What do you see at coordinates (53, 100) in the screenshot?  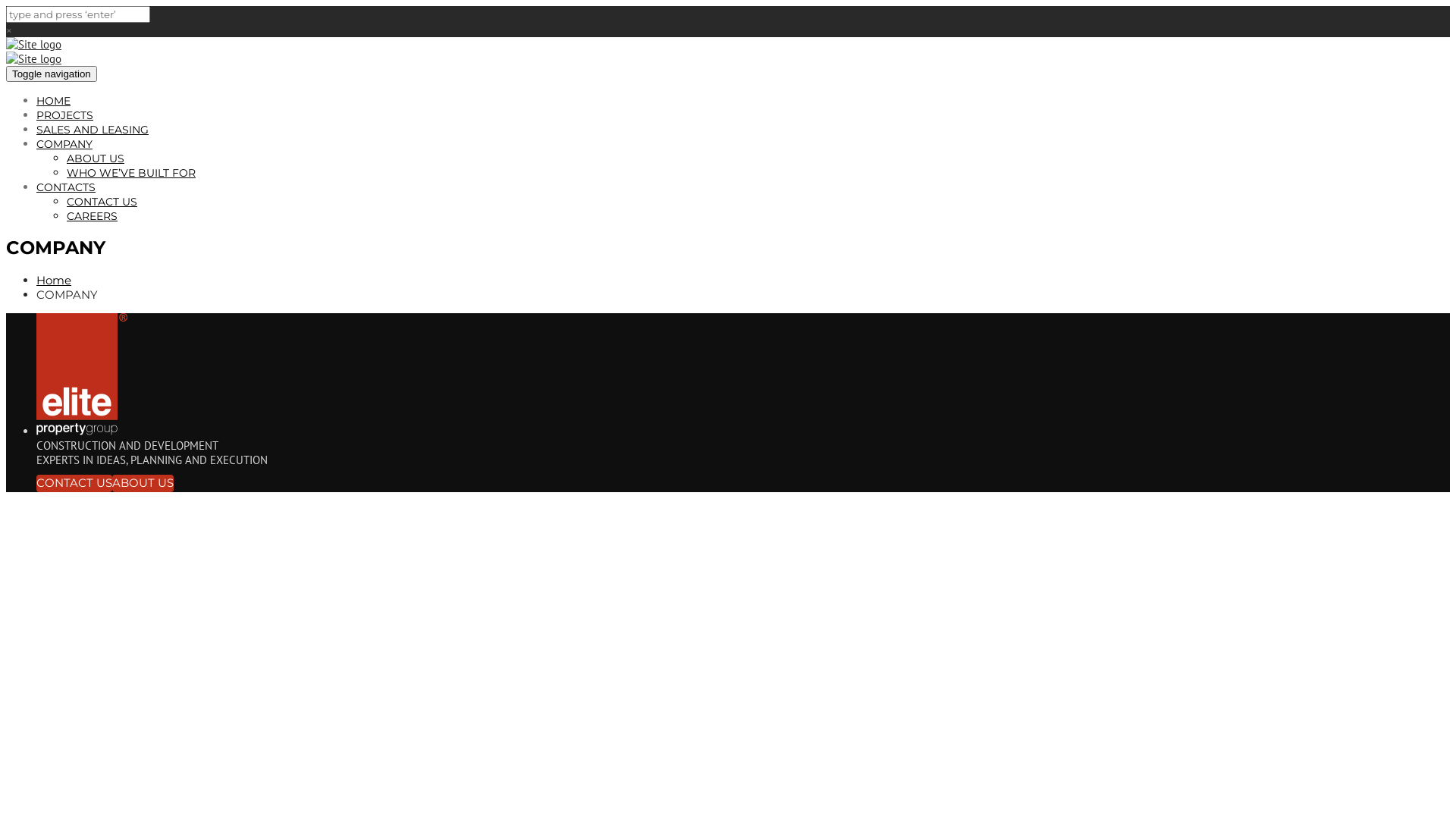 I see `'HOME'` at bounding box center [53, 100].